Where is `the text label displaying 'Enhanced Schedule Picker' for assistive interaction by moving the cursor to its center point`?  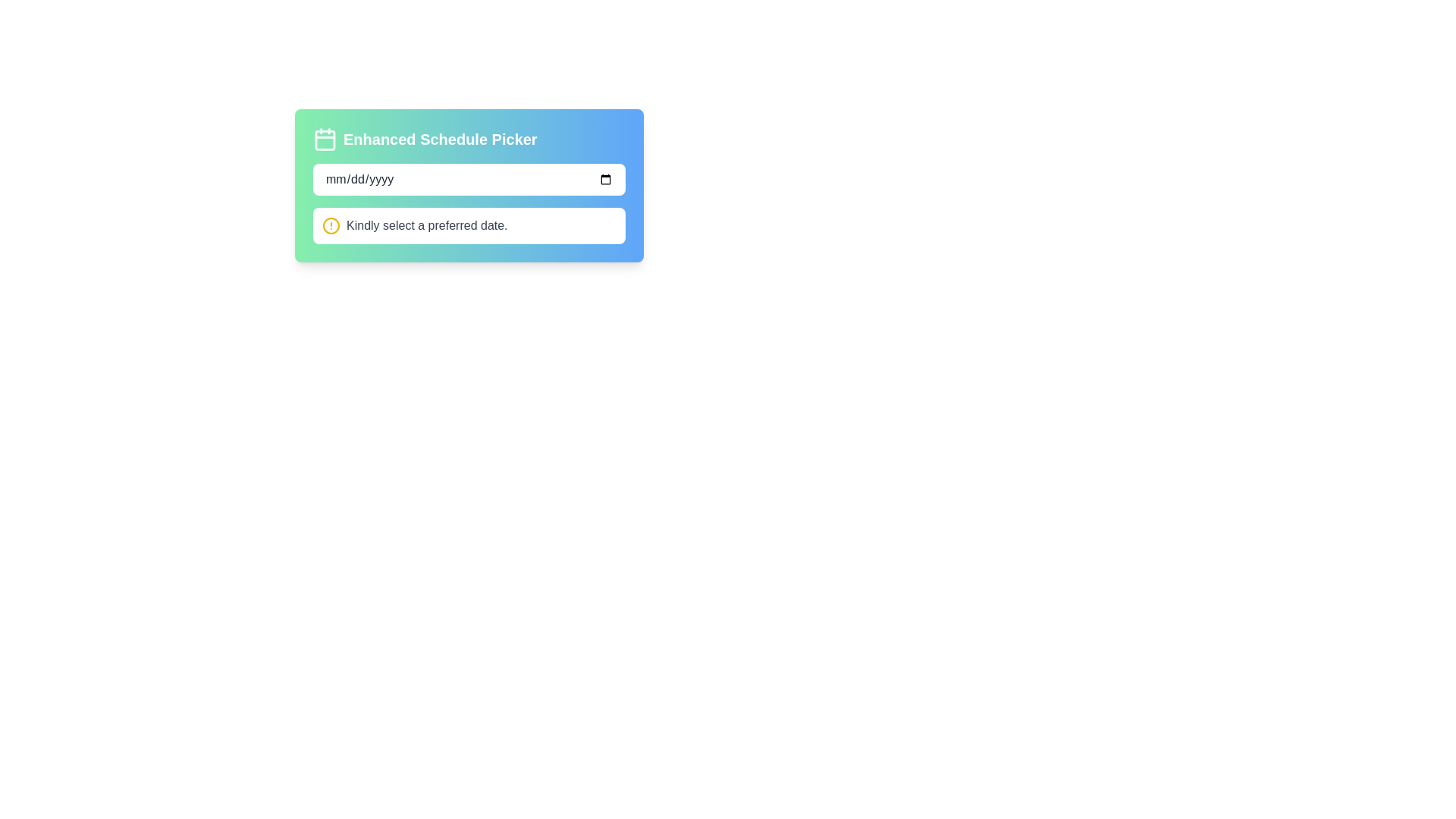 the text label displaying 'Enhanced Schedule Picker' for assistive interaction by moving the cursor to its center point is located at coordinates (439, 140).